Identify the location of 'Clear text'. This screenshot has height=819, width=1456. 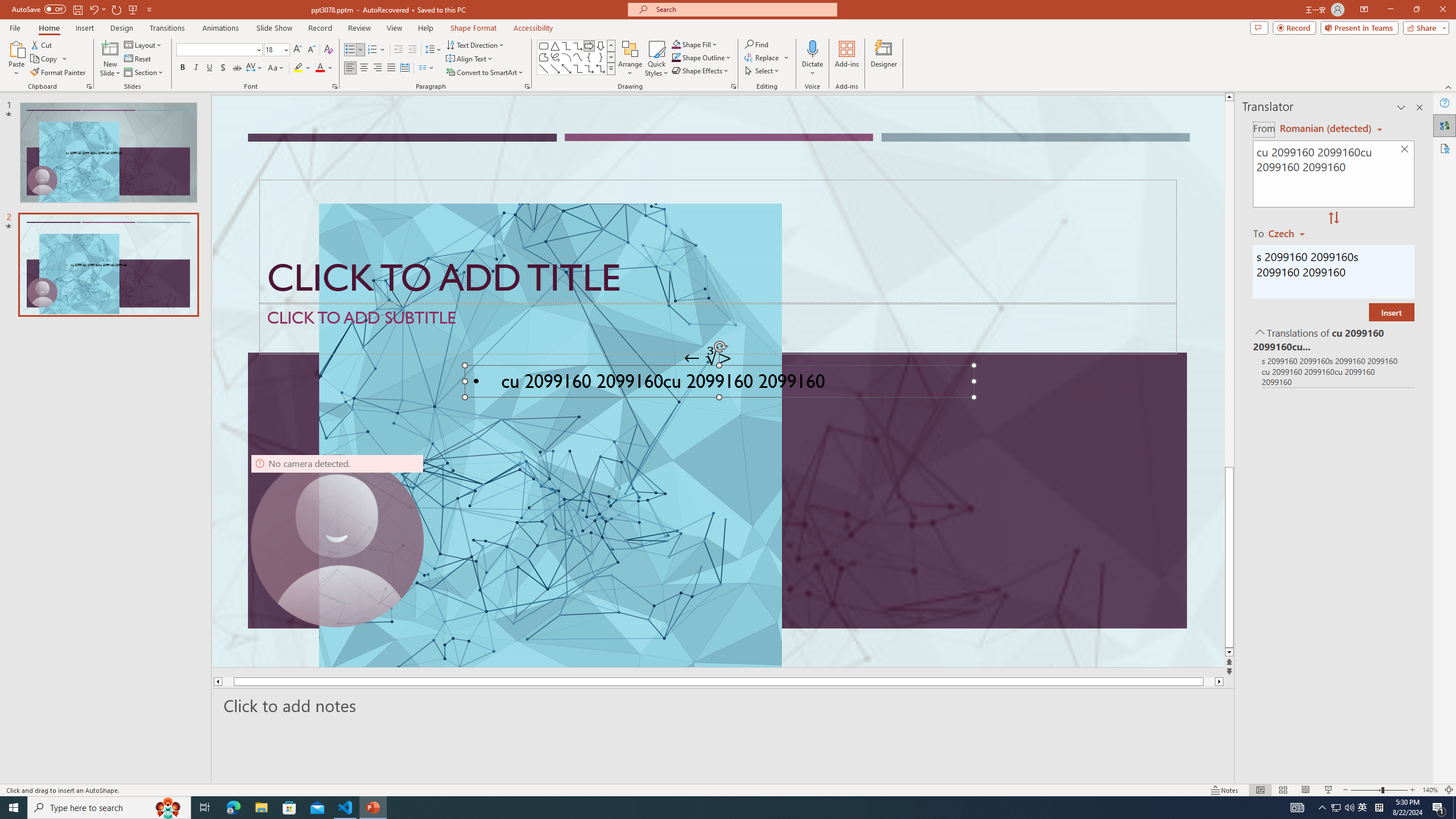
(1405, 150).